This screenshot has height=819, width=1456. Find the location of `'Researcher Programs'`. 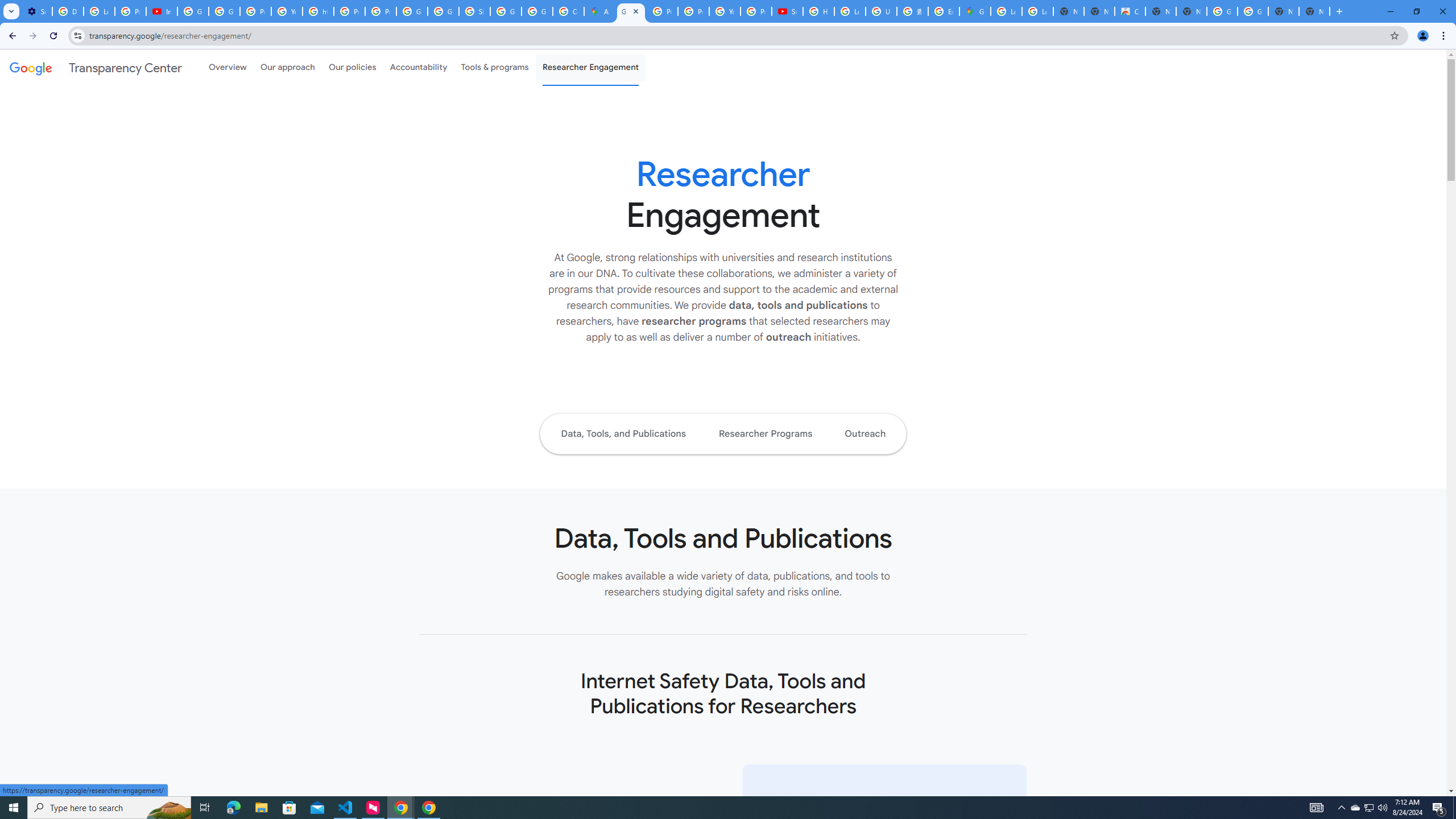

'Researcher Programs' is located at coordinates (765, 433).